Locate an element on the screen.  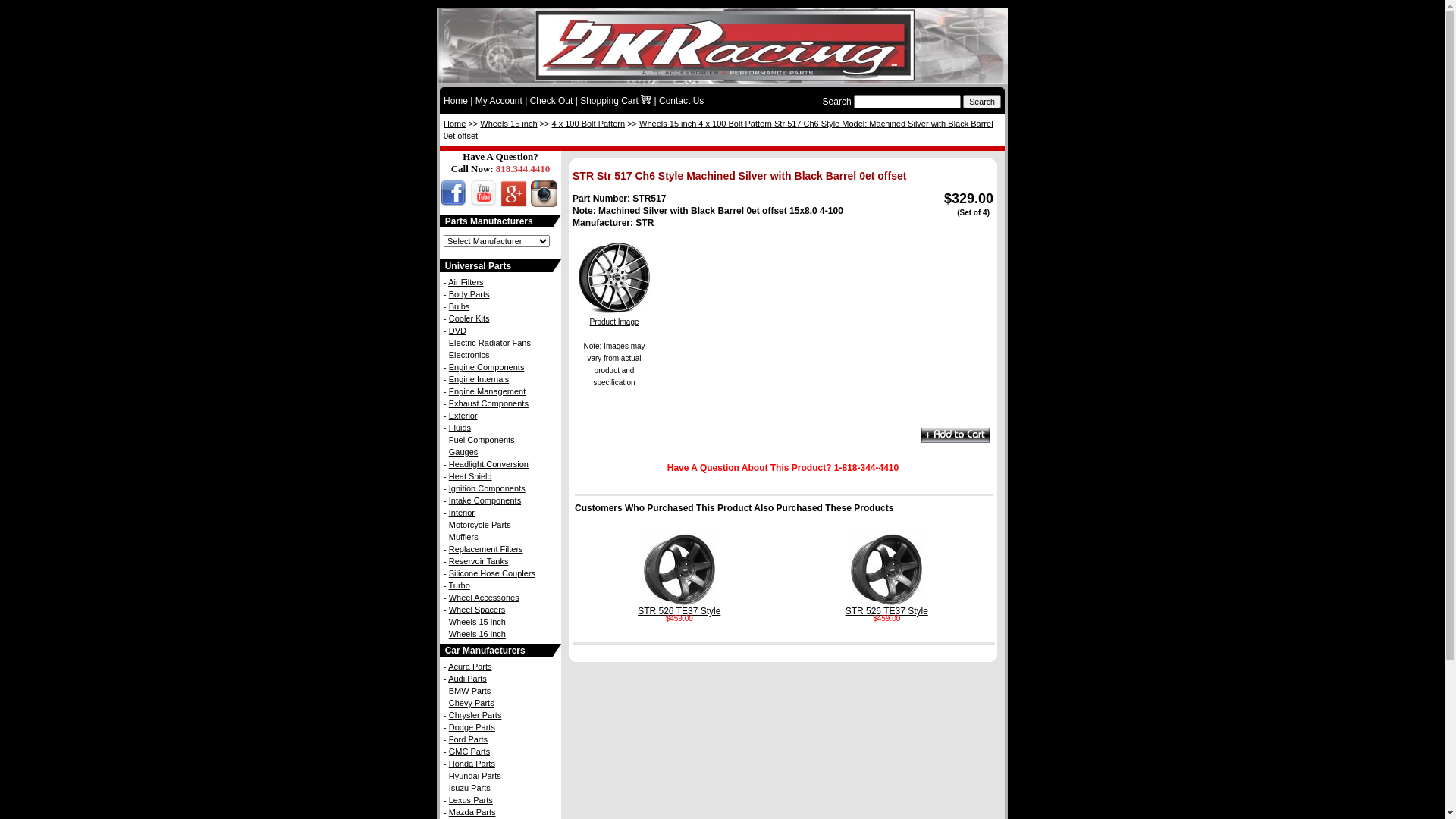
'2KRacing Facebook Page - Like Us!' is located at coordinates (452, 202).